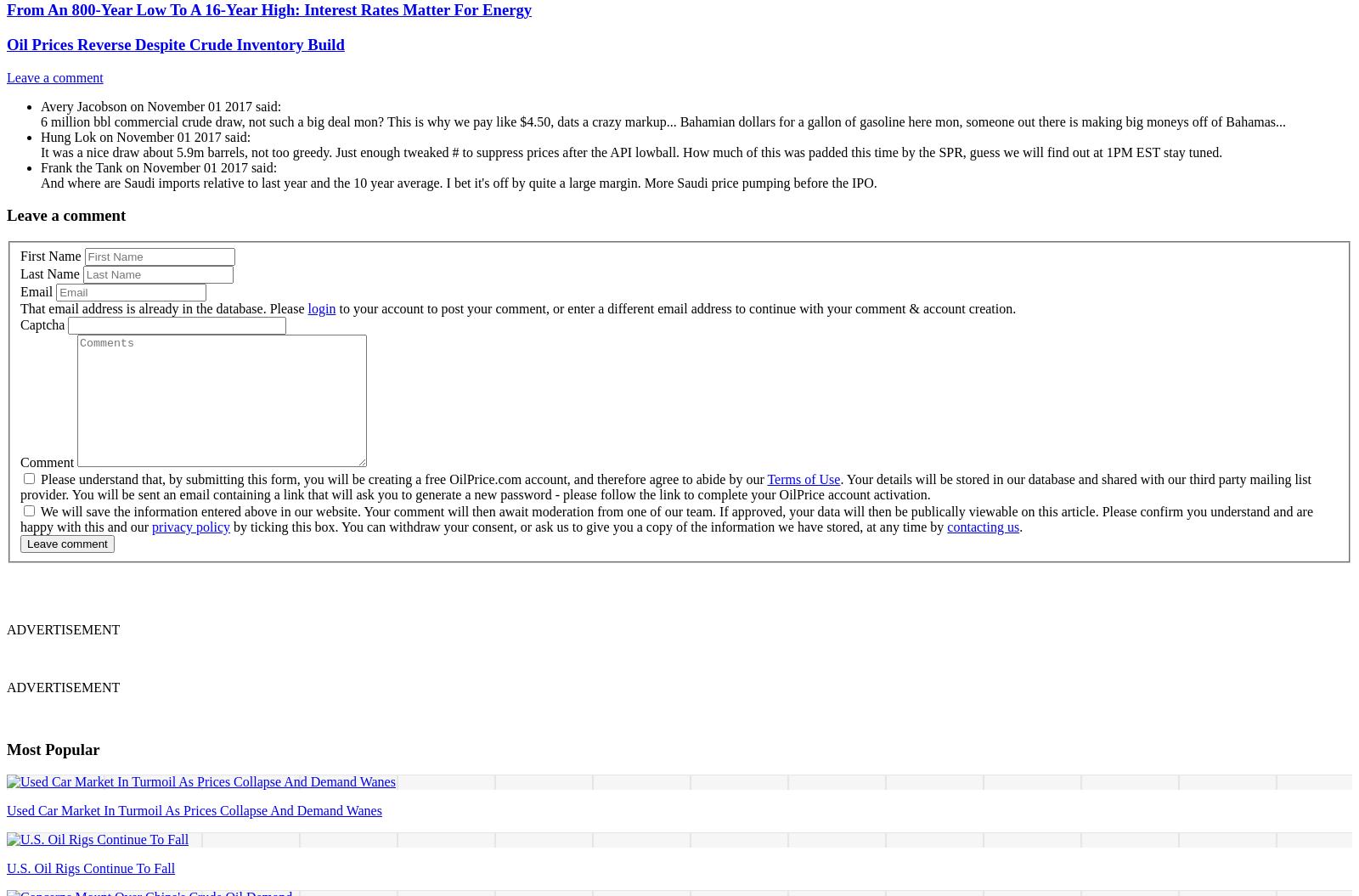 This screenshot has width=1359, height=896. Describe the element at coordinates (49, 254) in the screenshot. I see `'First Name'` at that location.